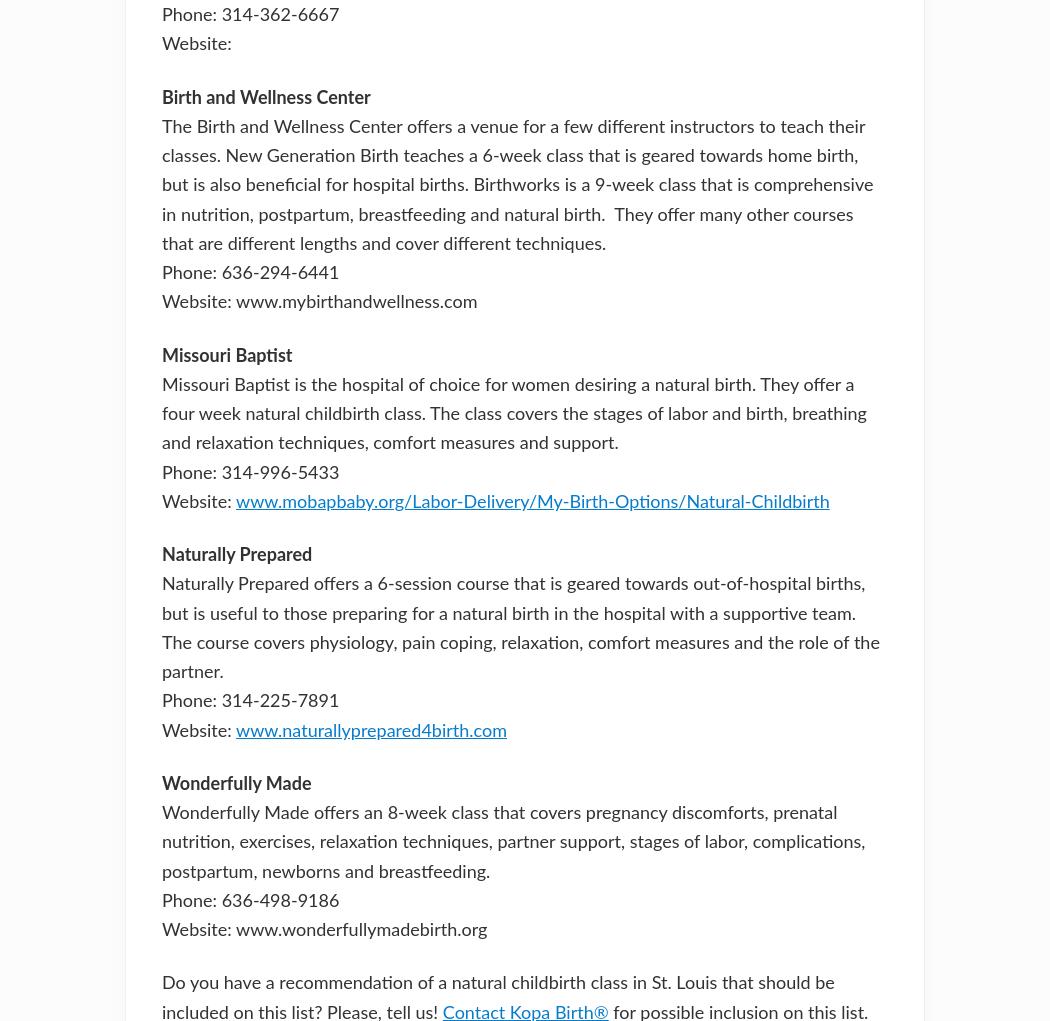  What do you see at coordinates (227, 356) in the screenshot?
I see `'Missouri Baptist'` at bounding box center [227, 356].